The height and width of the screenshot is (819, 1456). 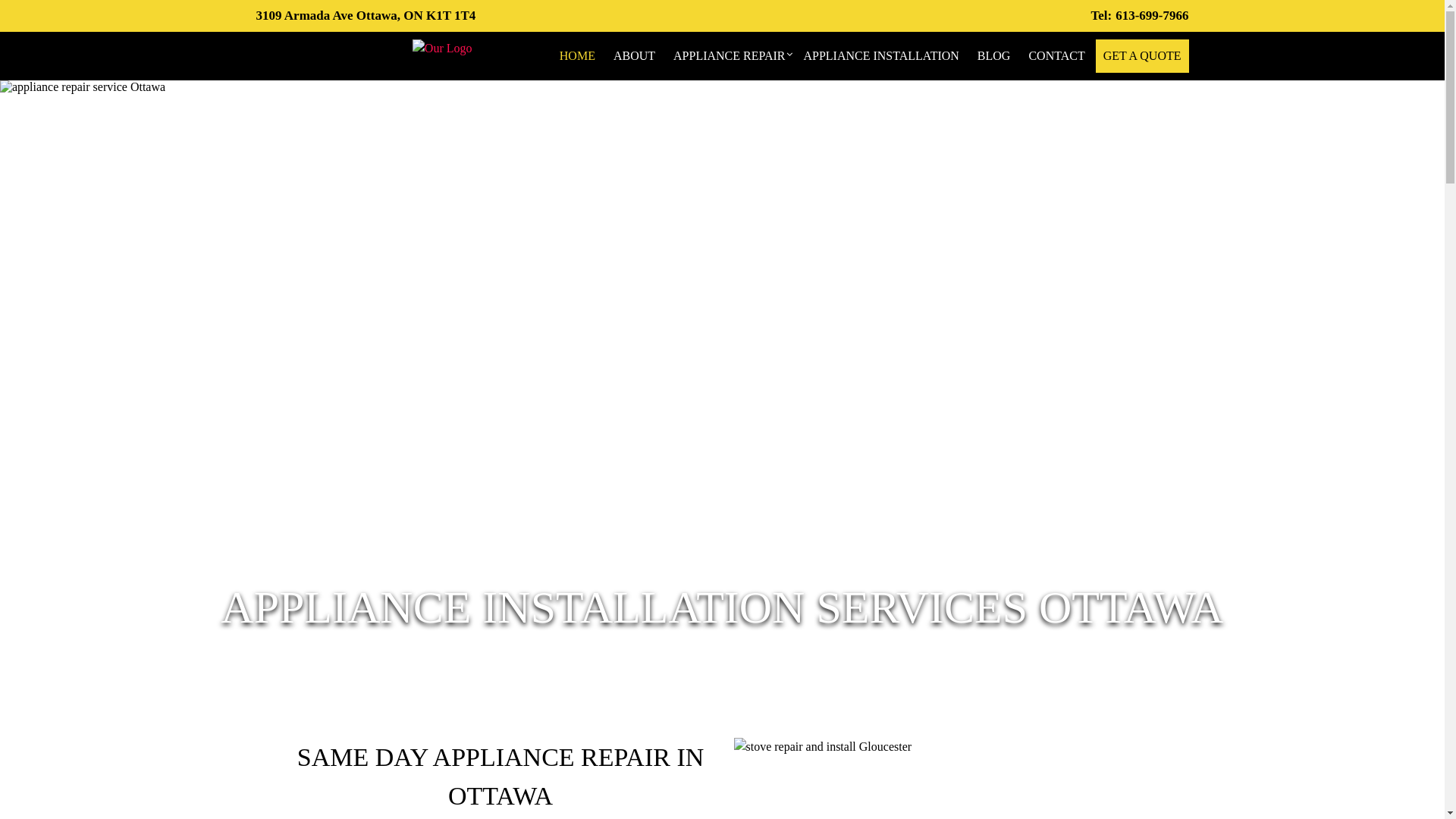 I want to click on 'CONTACT', so click(x=1055, y=55).